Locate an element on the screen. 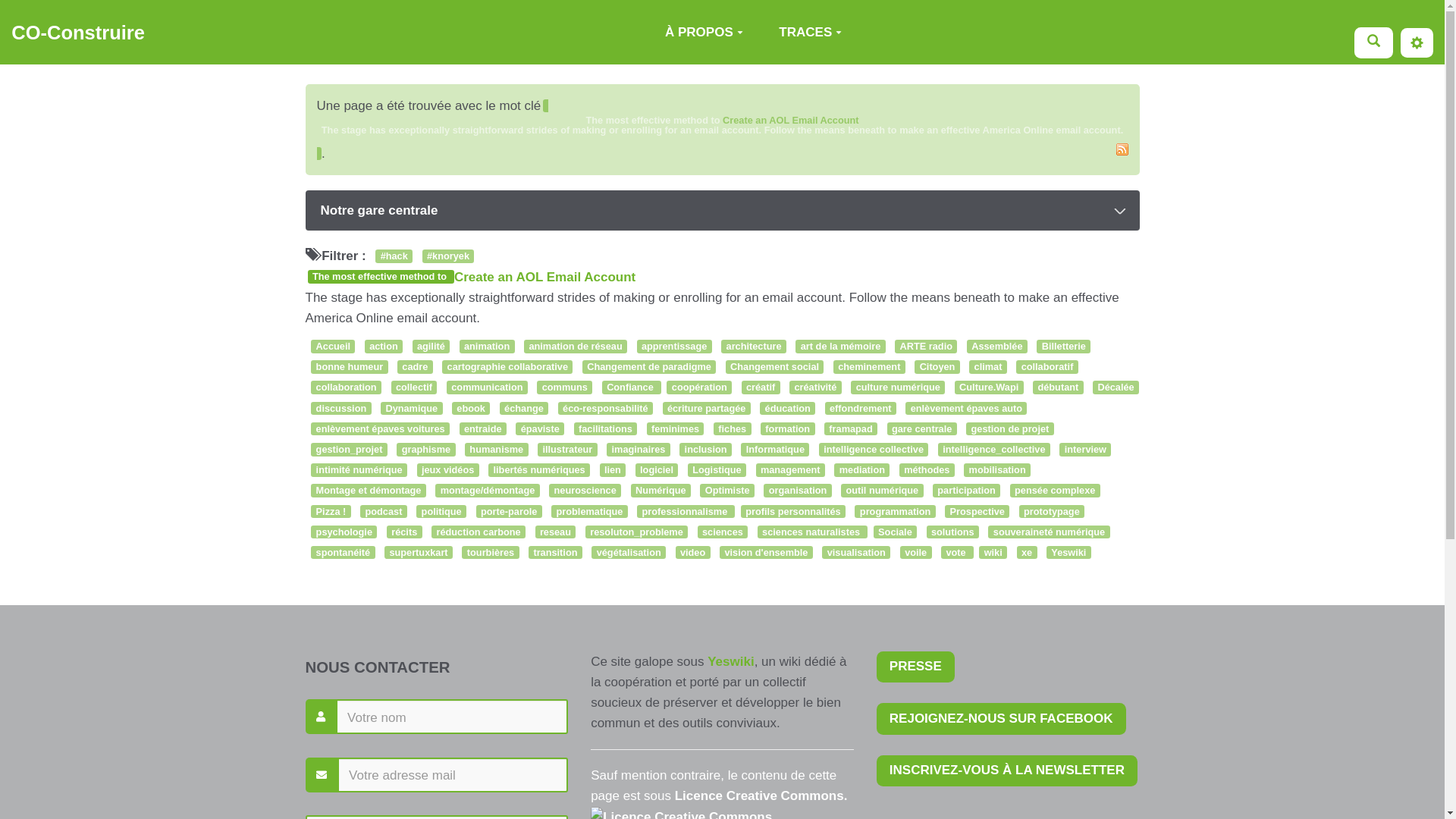 The image size is (1456, 819). 'Sociale' is located at coordinates (895, 532).